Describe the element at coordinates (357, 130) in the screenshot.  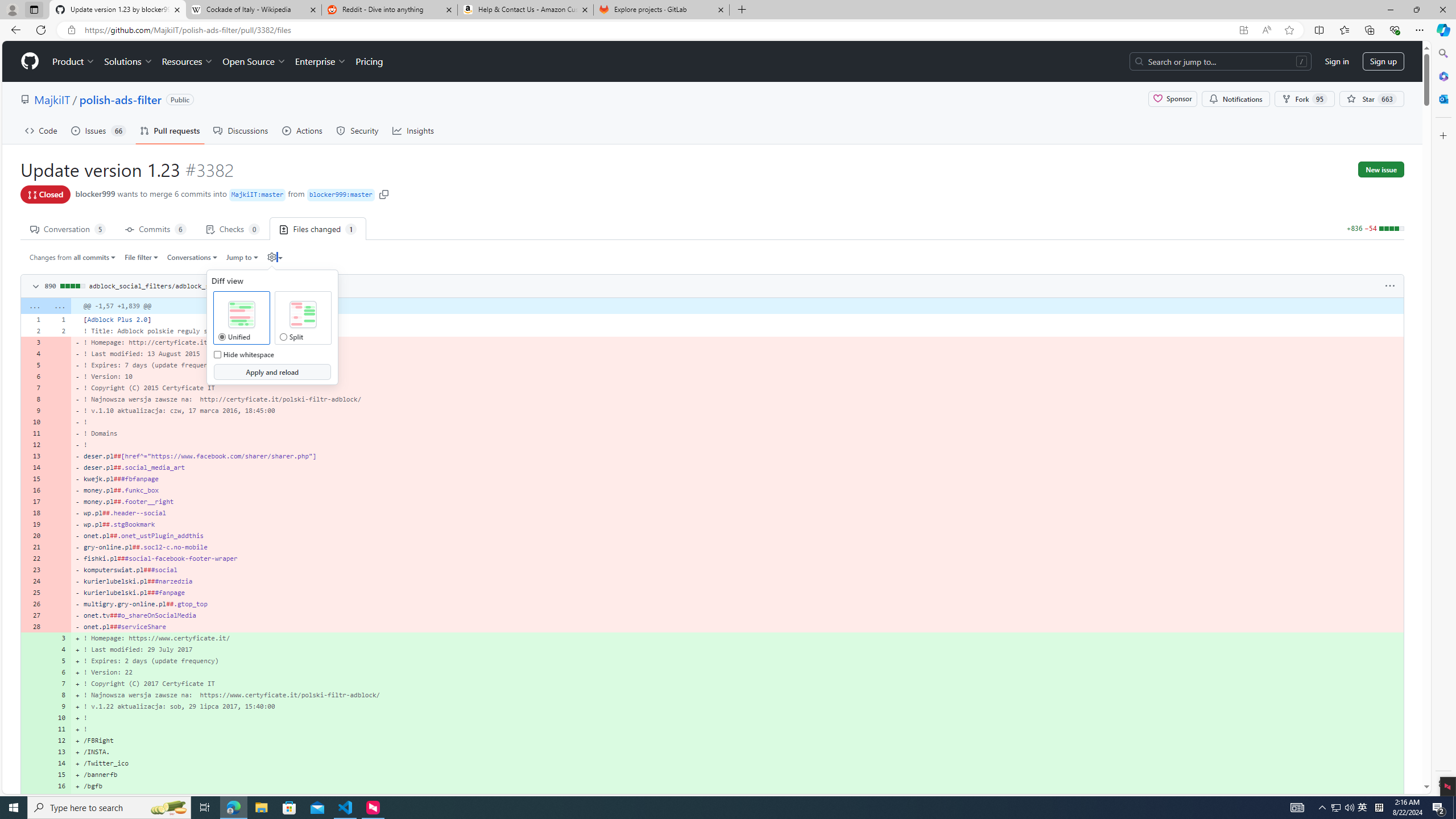
I see `'Security'` at that location.